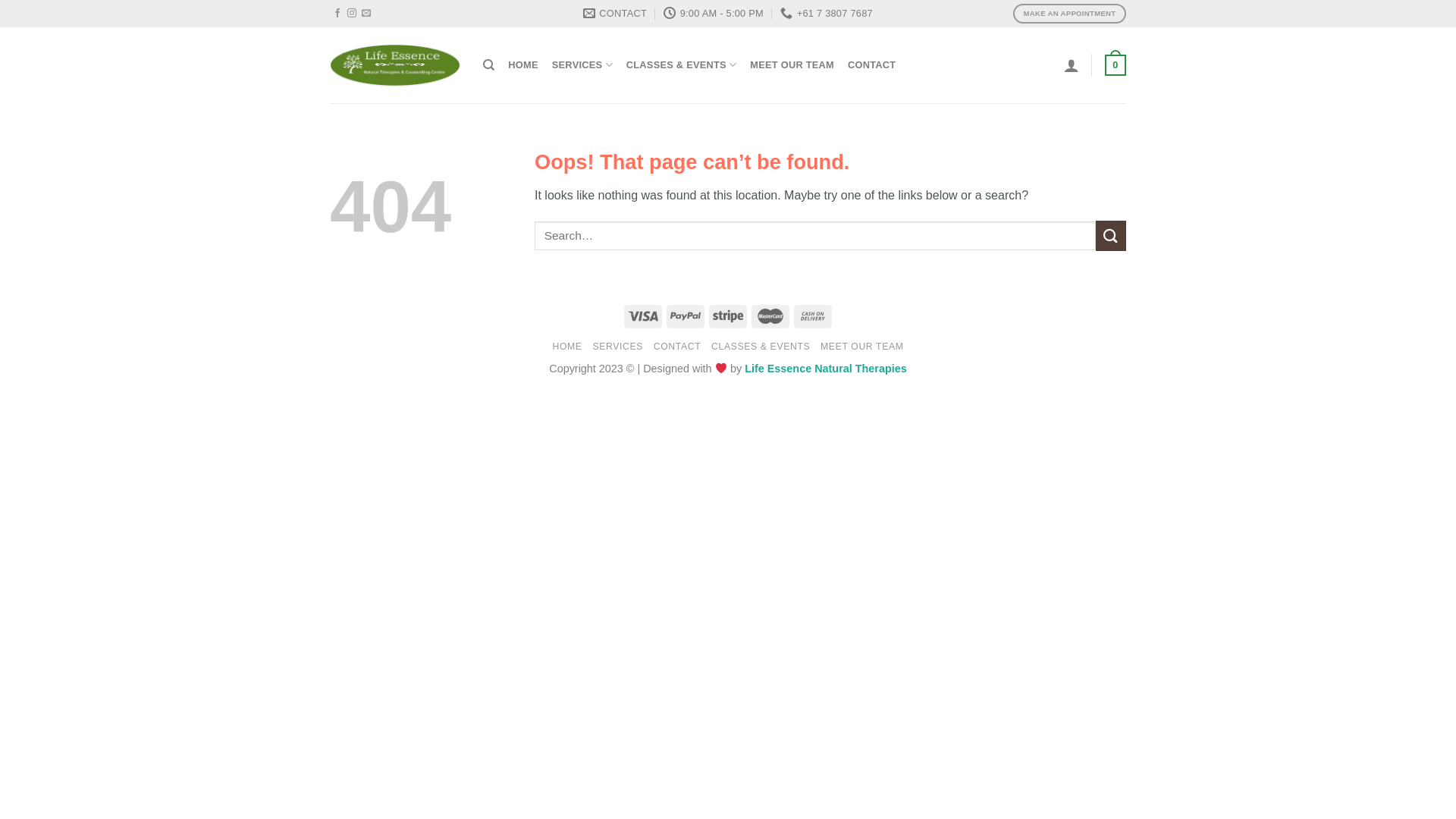 Image resolution: width=1456 pixels, height=819 pixels. Describe the element at coordinates (680, 64) in the screenshot. I see `'CLASSES & EVENTS'` at that location.